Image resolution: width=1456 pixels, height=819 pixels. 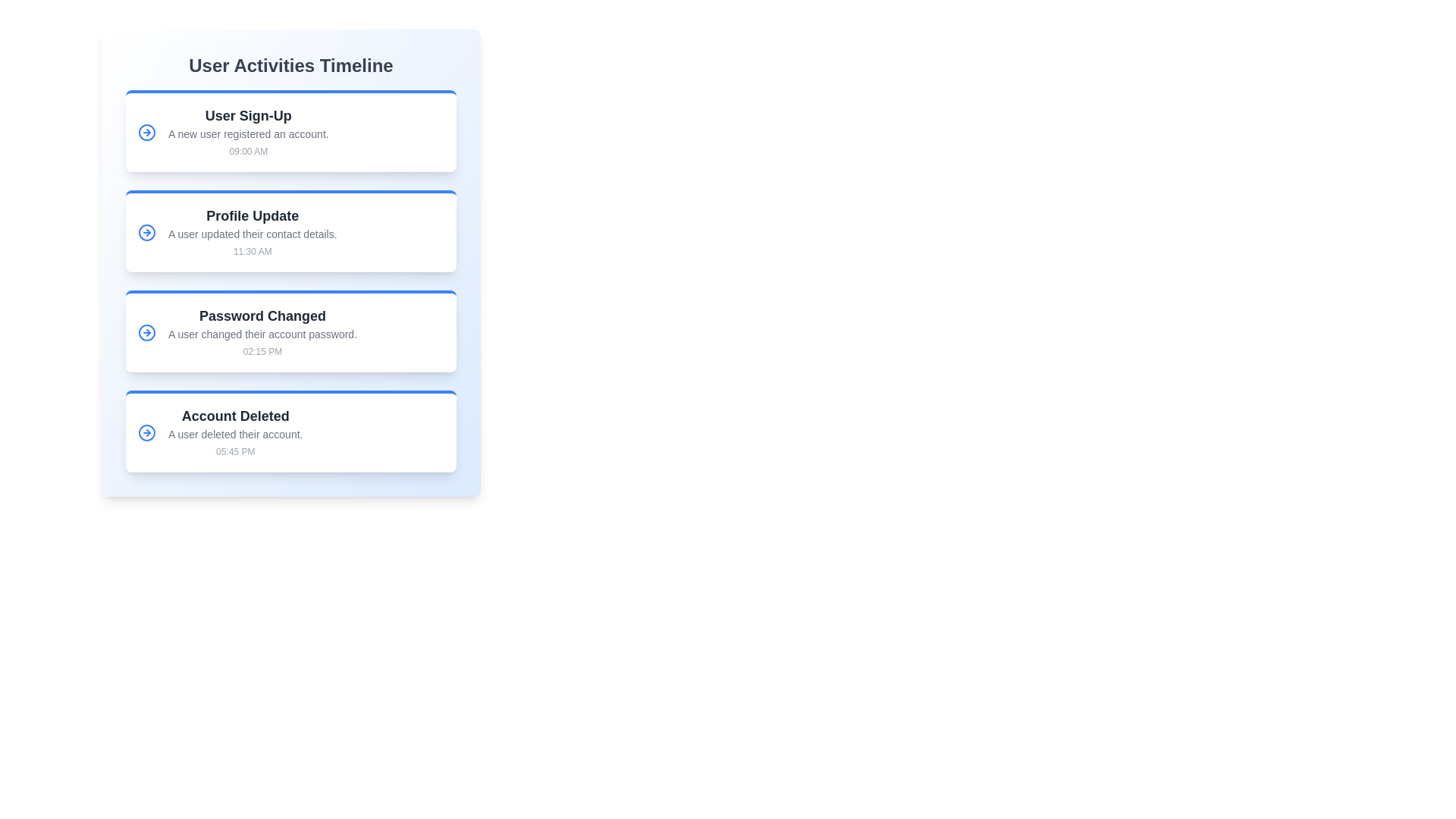 I want to click on the central circle of the circular arrow icon that serves as a decorative bullet point for the 'Profile Update' activity entry in the second activity box of the timeline interface, so click(x=146, y=233).